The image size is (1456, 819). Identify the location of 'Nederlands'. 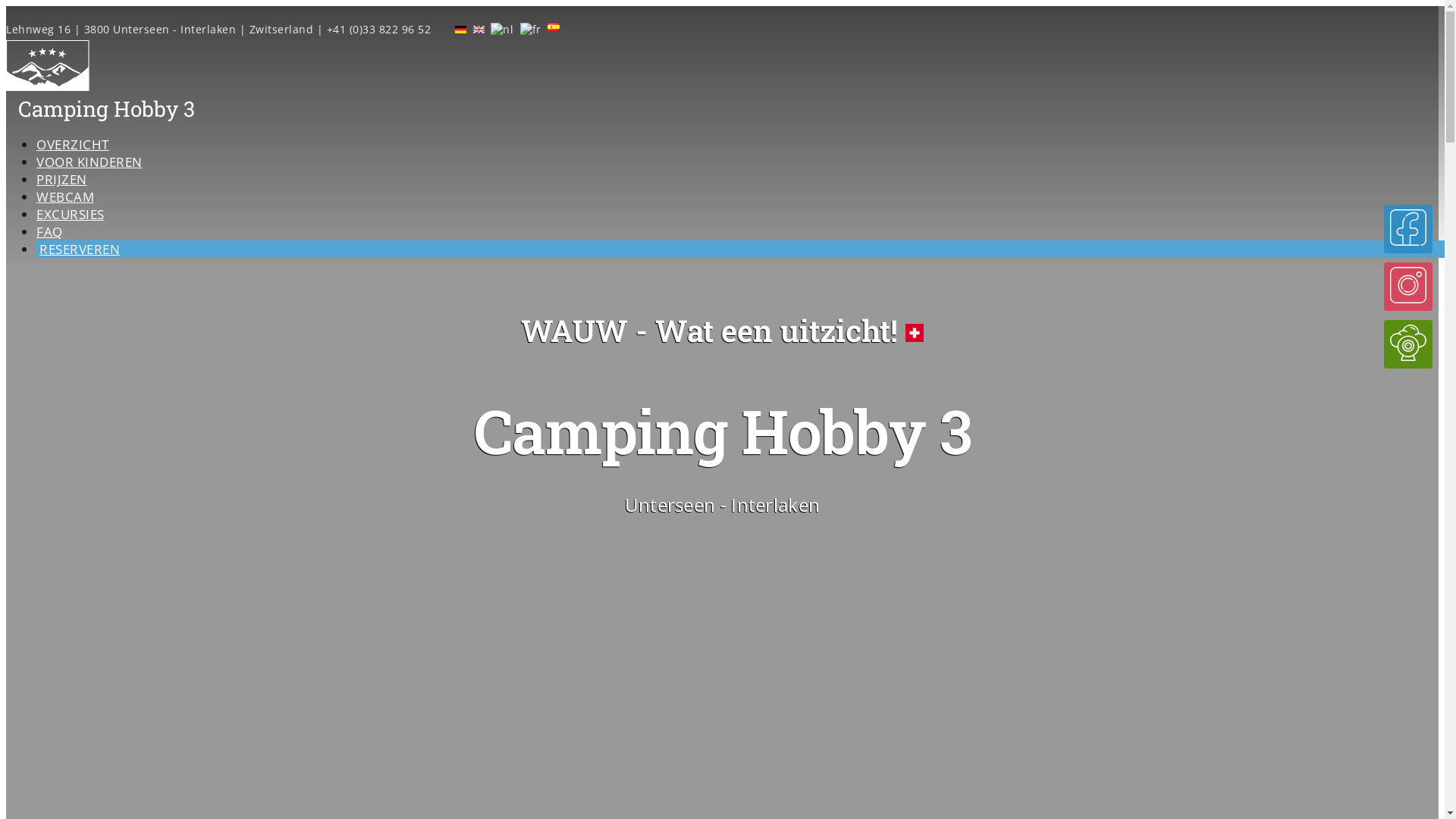
(502, 29).